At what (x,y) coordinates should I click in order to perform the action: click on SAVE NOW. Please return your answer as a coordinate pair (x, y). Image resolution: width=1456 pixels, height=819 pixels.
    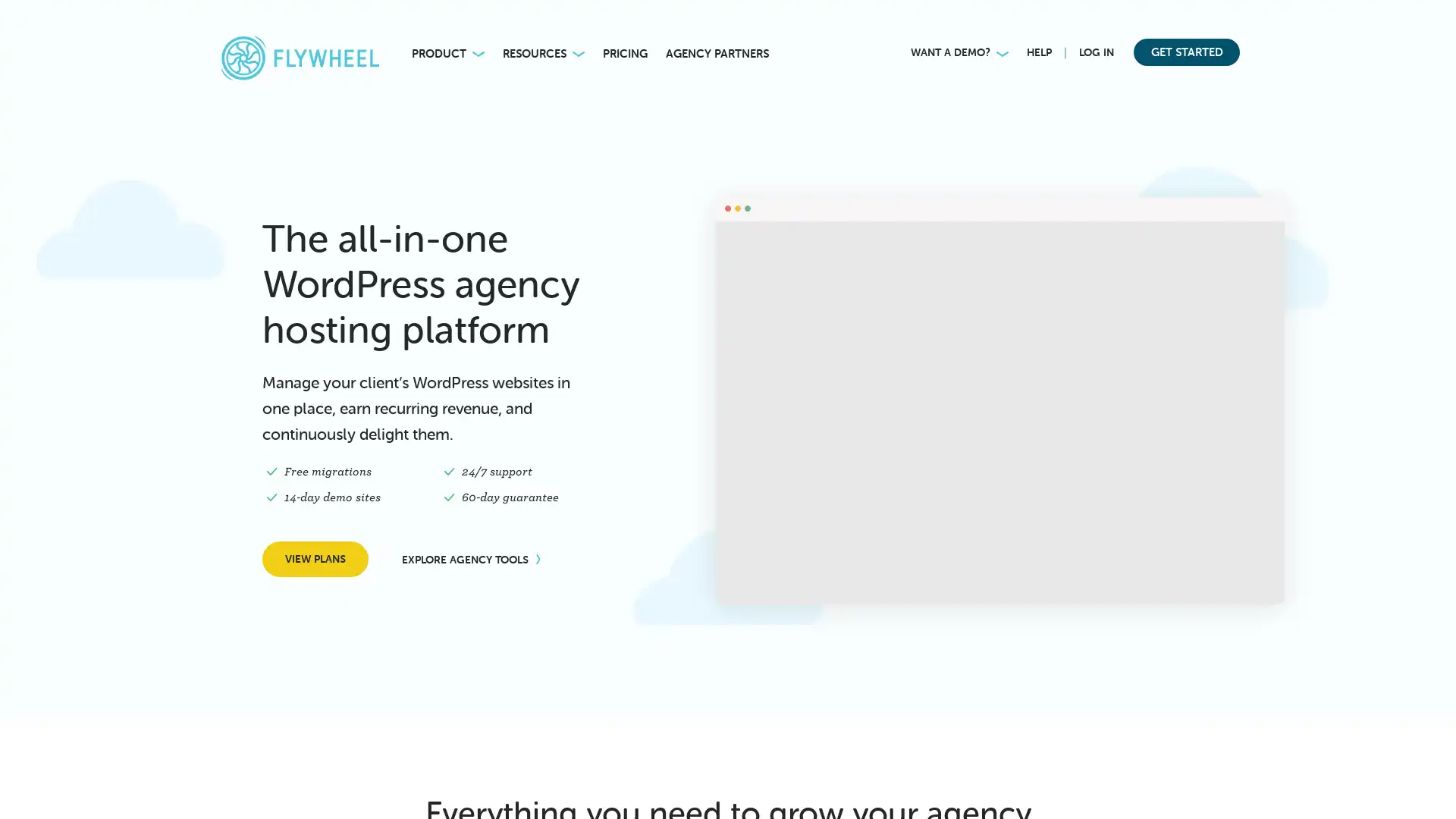
    Looking at the image, I should click on (1021, 23).